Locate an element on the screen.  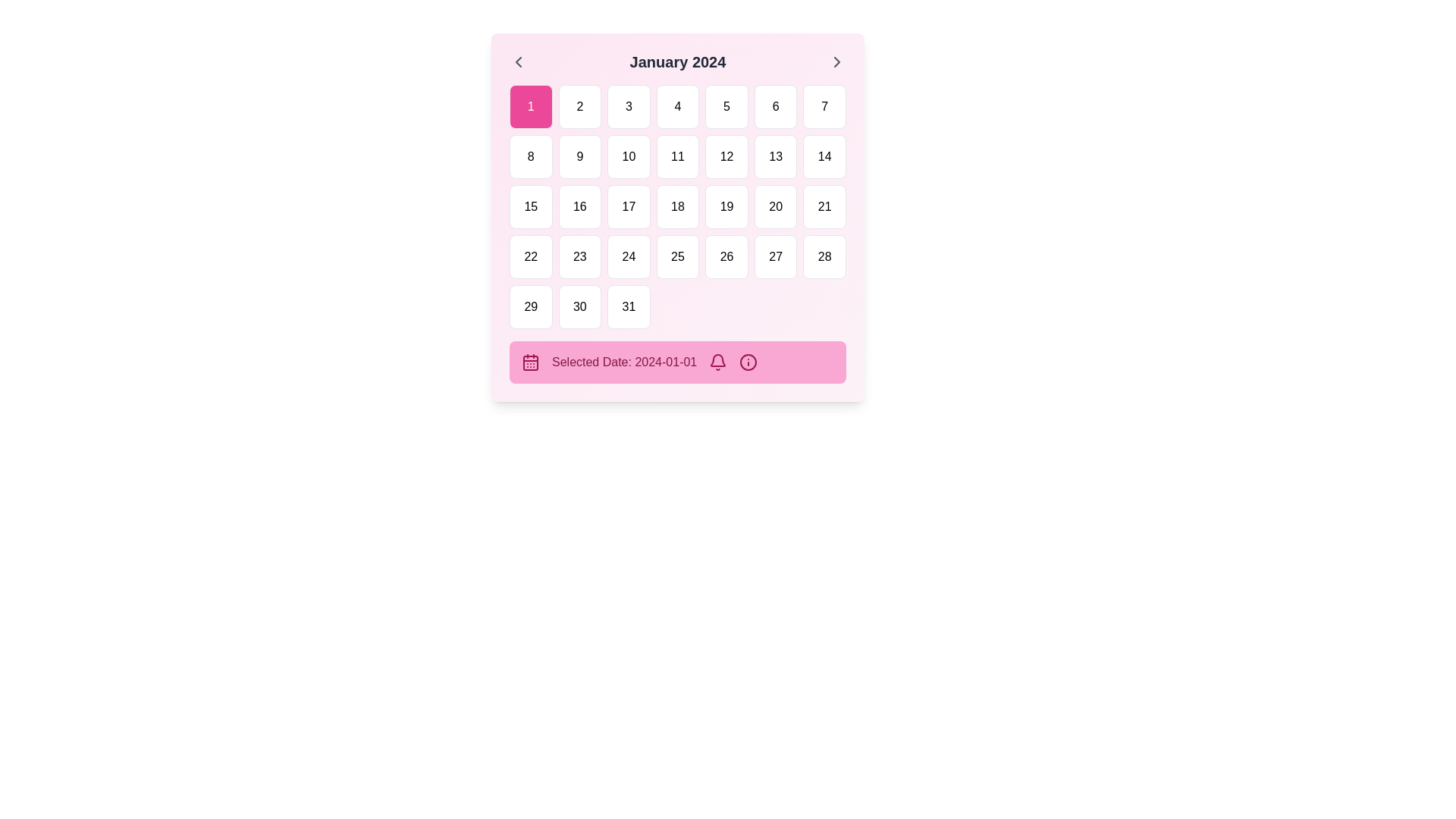
the Text Label displaying 'January 2024', which is centrally located in the header bar of the date selection interface is located at coordinates (676, 61).